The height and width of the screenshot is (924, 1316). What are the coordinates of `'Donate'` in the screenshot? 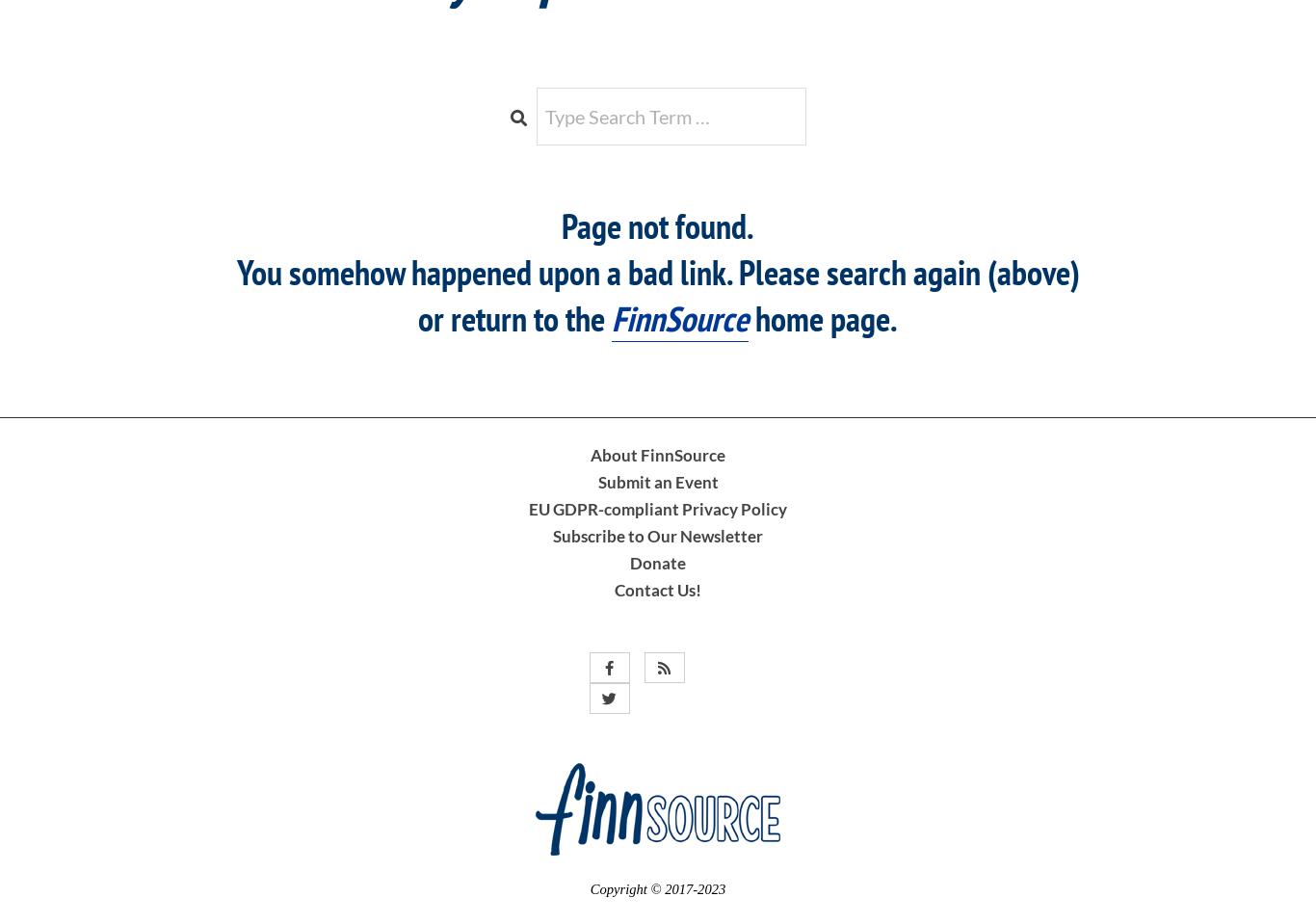 It's located at (658, 561).